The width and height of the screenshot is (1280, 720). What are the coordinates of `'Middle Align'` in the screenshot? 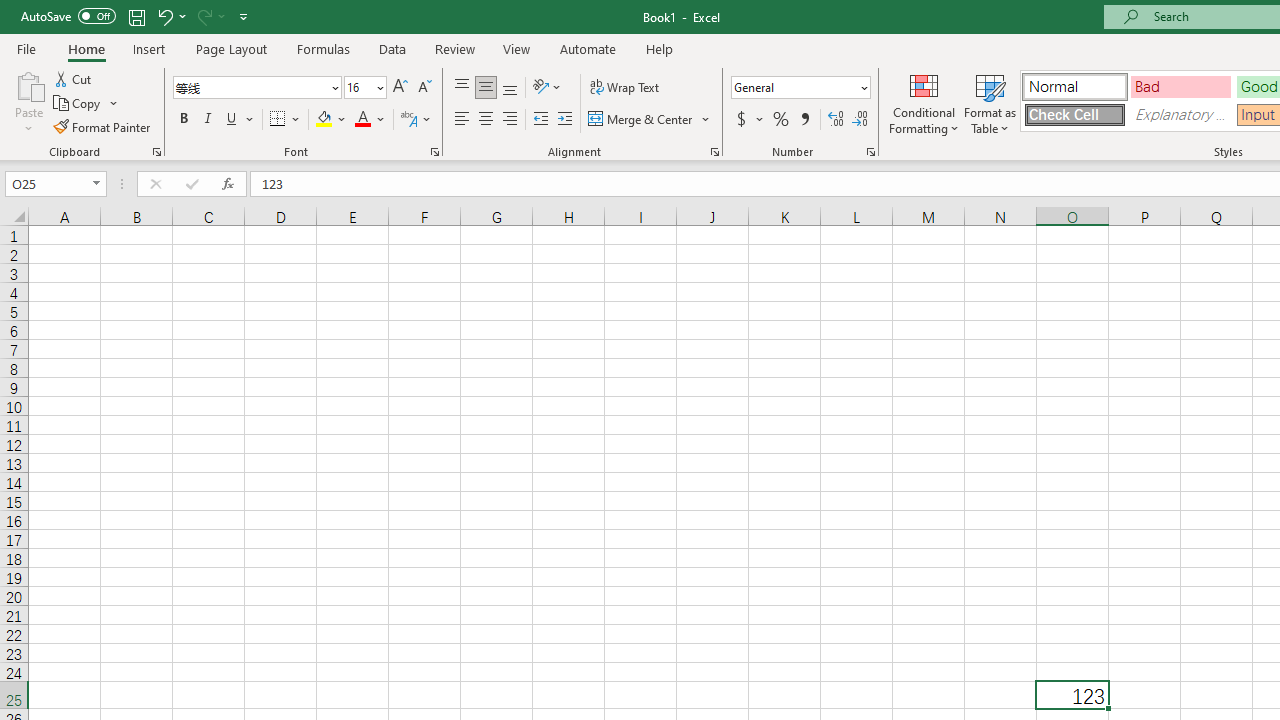 It's located at (485, 86).